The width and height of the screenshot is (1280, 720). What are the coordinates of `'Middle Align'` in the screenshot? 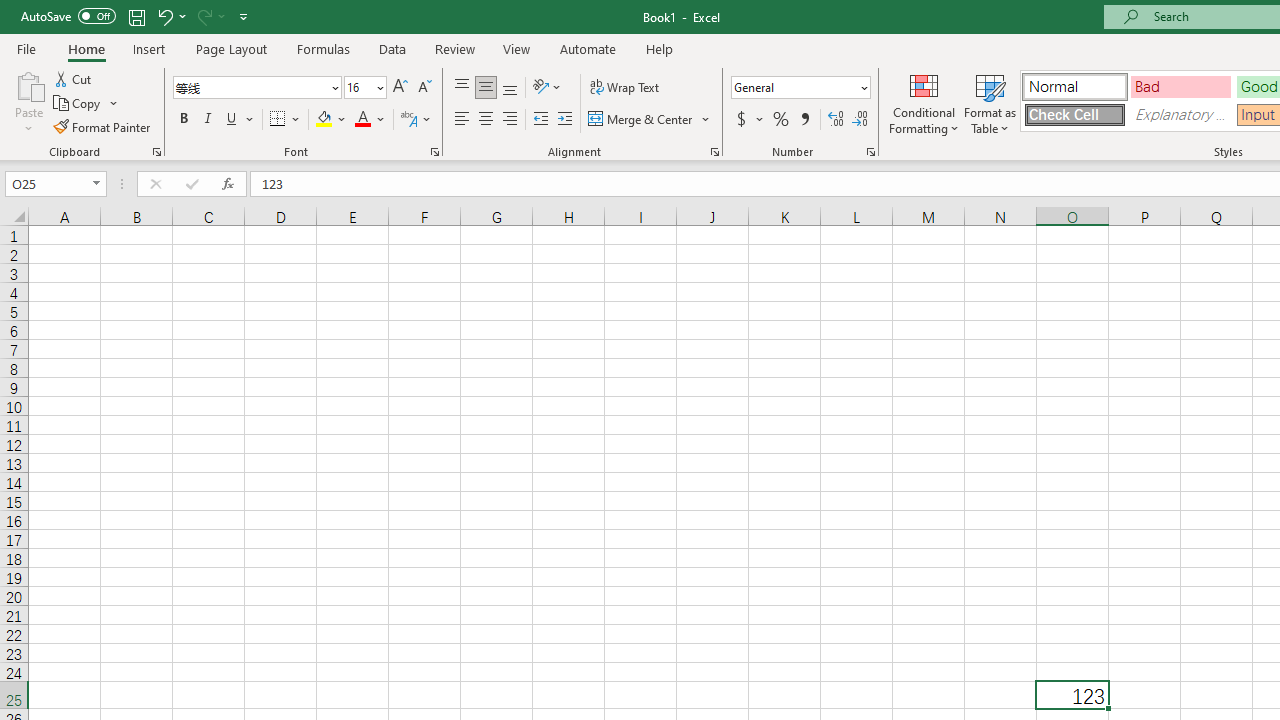 It's located at (485, 86).